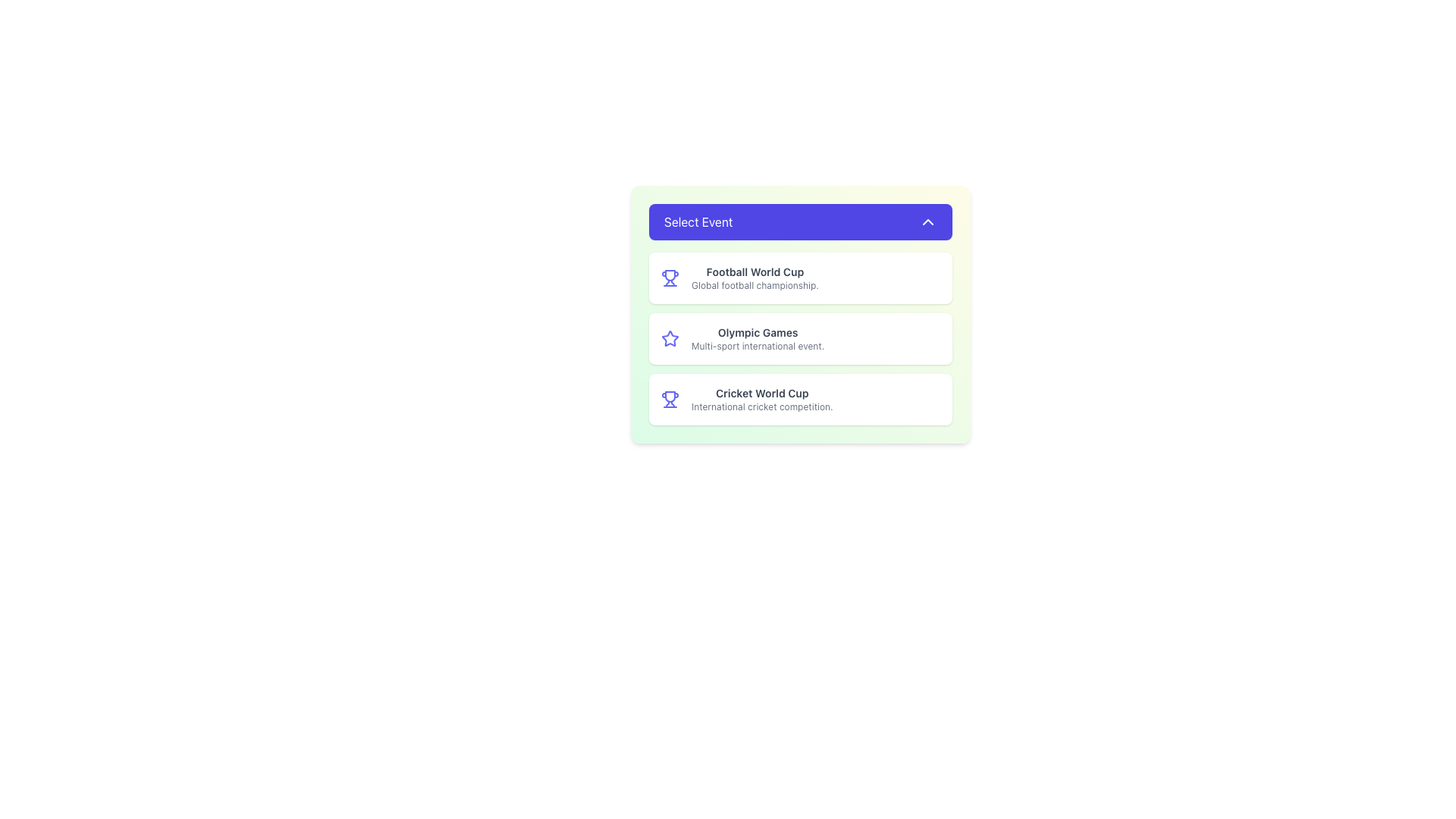 The image size is (1456, 819). I want to click on the informational card about the Olympic Games, which is the second selectable item in the 'Select Event' list, located between the 'Football World Cup' and 'Cricket World Cup' cards, so click(800, 338).